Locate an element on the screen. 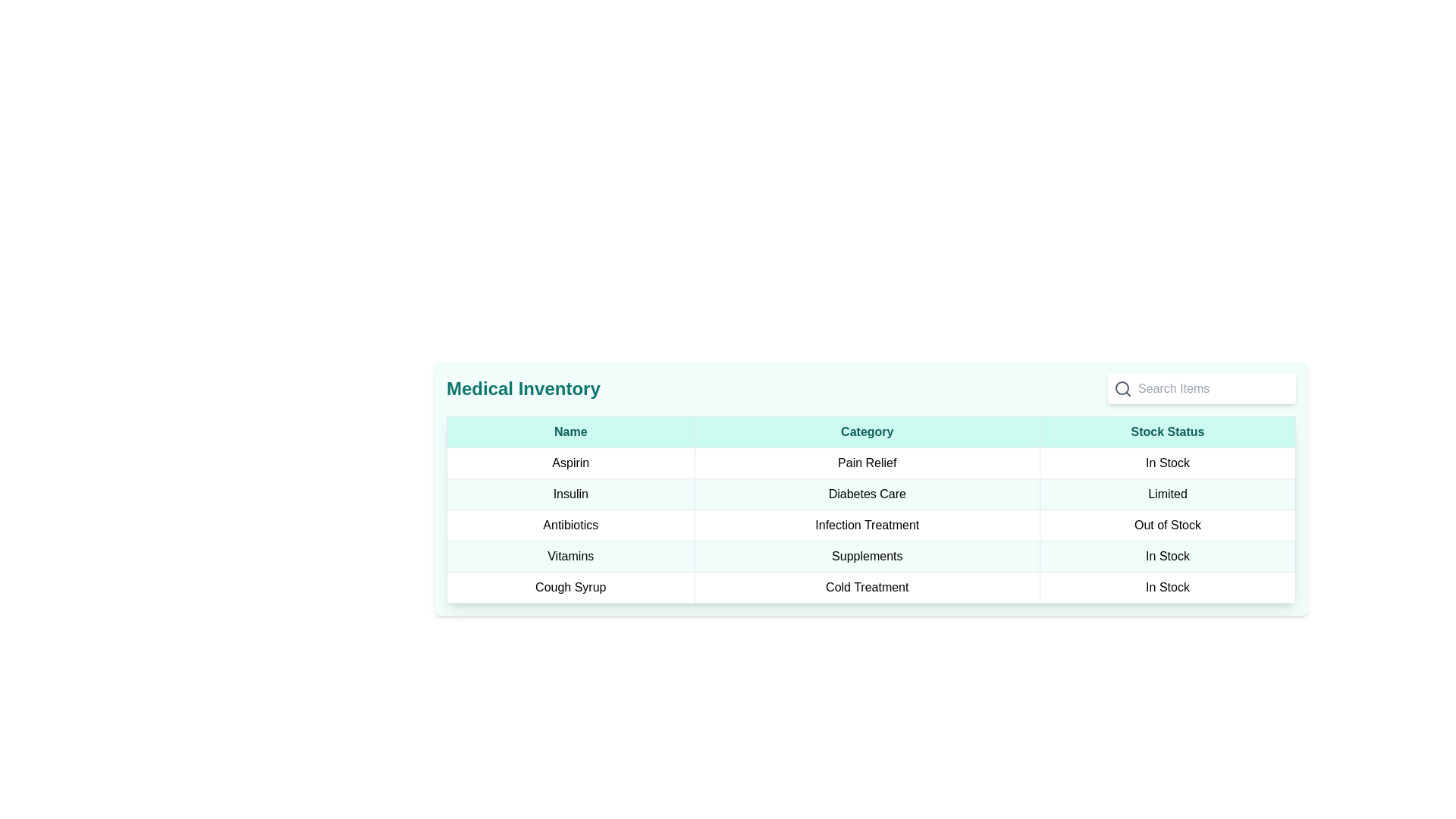  the 'Stock Status' column header, which is the rightmost column header in the table layout, following 'Name' and 'Category' is located at coordinates (1167, 432).